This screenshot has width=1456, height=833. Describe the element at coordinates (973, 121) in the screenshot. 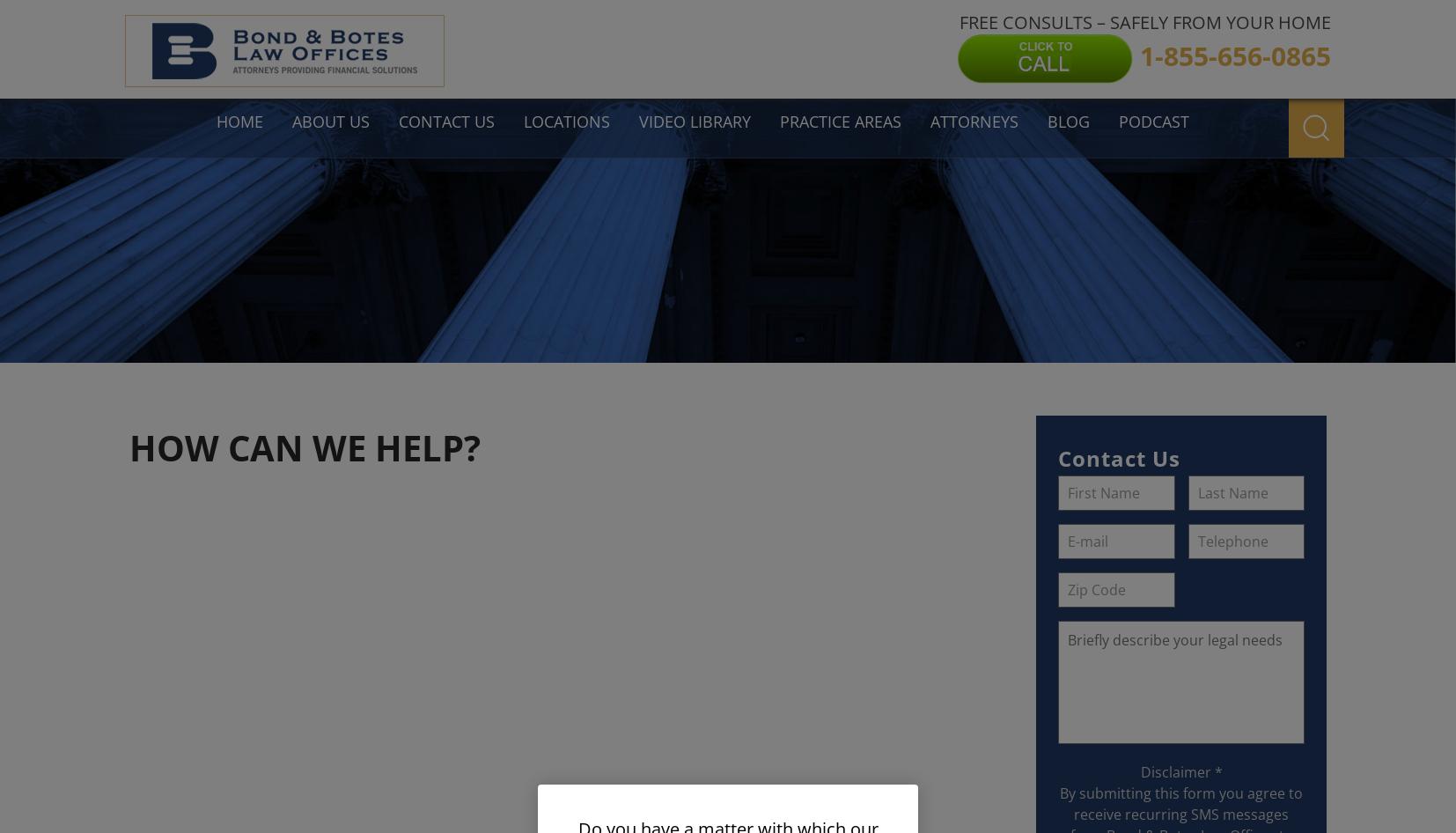

I see `'Attorneys'` at that location.